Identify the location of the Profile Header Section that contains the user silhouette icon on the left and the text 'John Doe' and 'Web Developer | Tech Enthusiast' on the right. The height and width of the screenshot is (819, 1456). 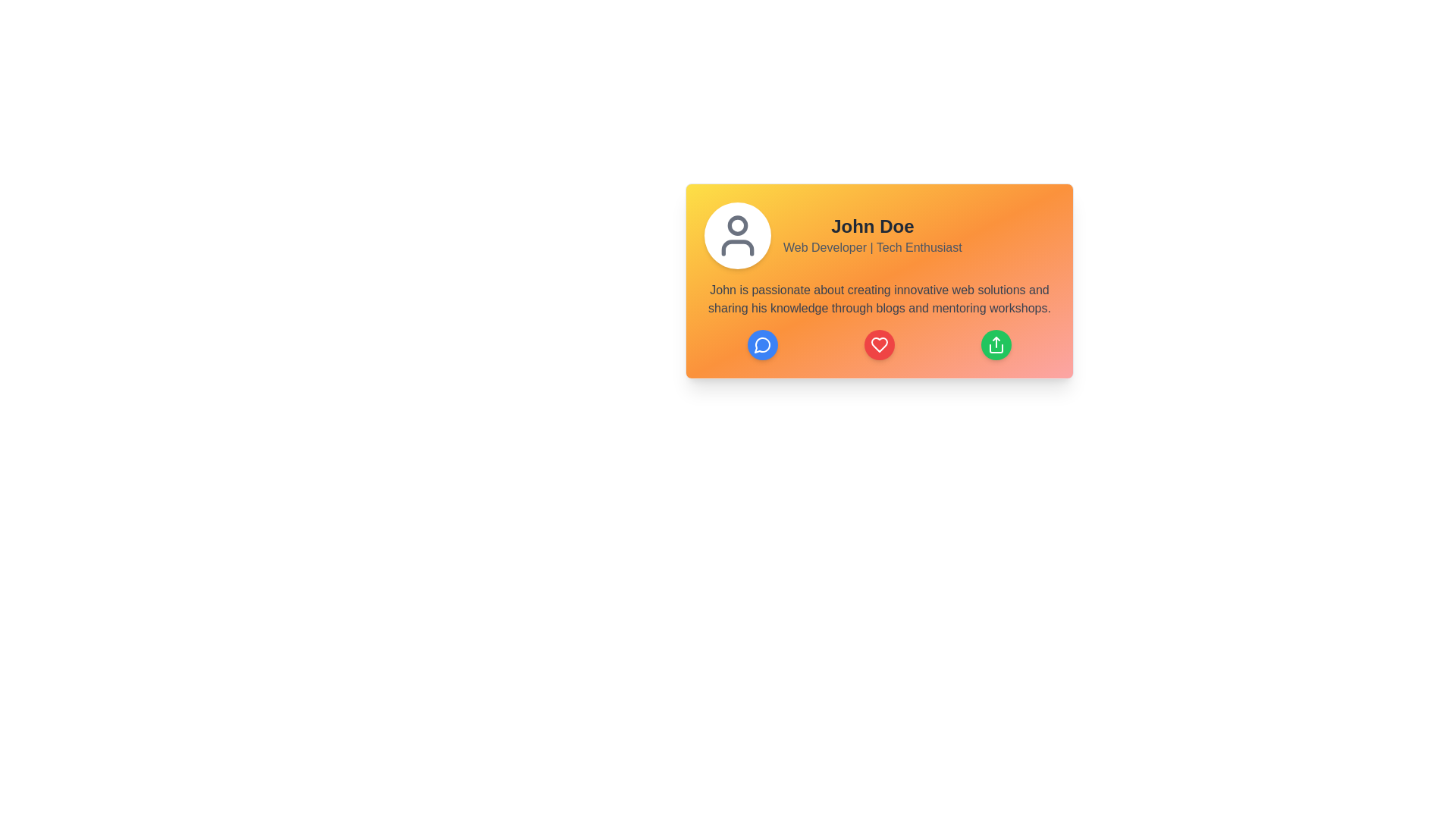
(880, 236).